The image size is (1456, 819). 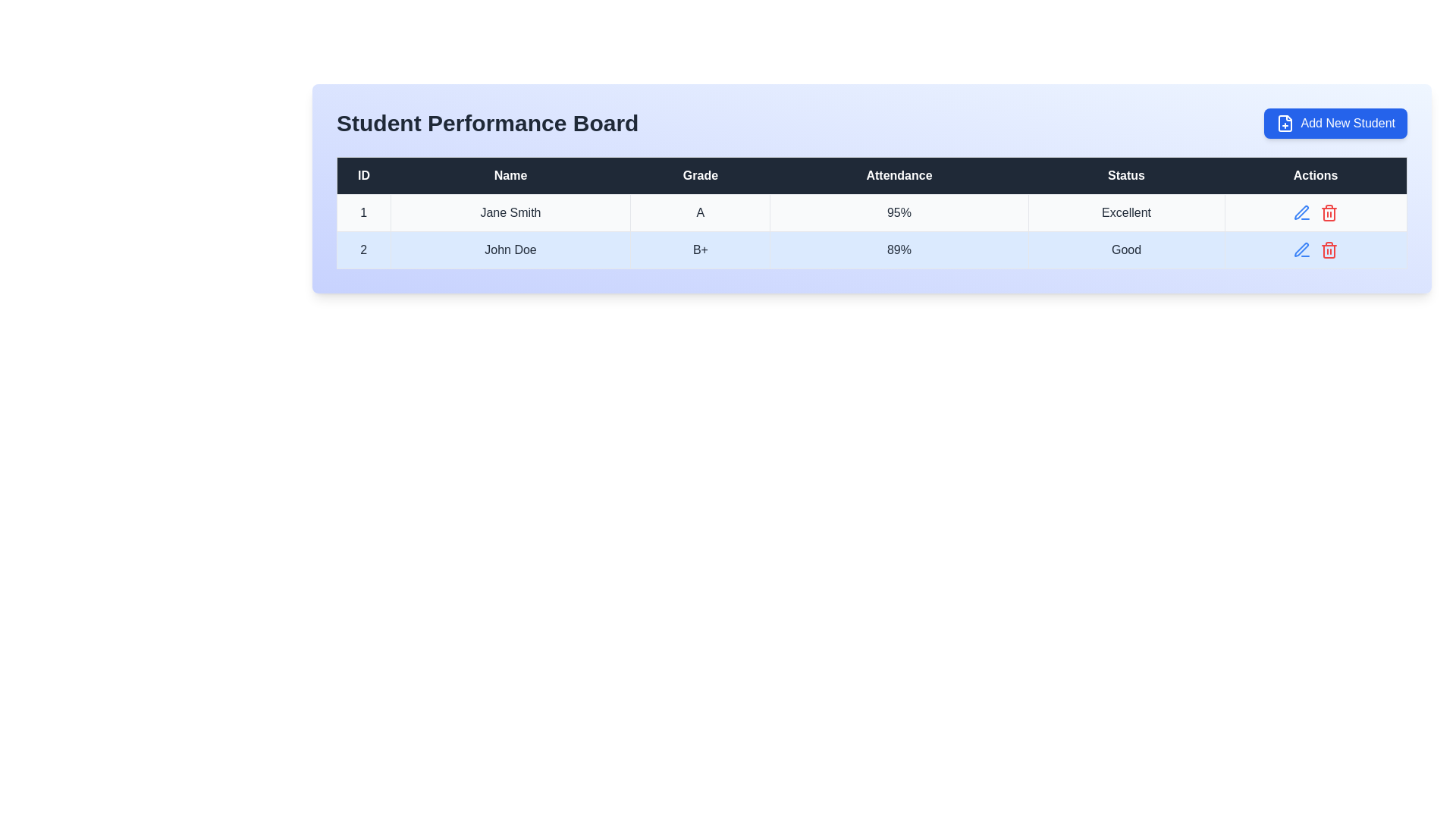 I want to click on static text element labeled 'Name' which is centrally aligned in the header row of the table, located between the 'ID' and 'Grade' columns, so click(x=510, y=174).